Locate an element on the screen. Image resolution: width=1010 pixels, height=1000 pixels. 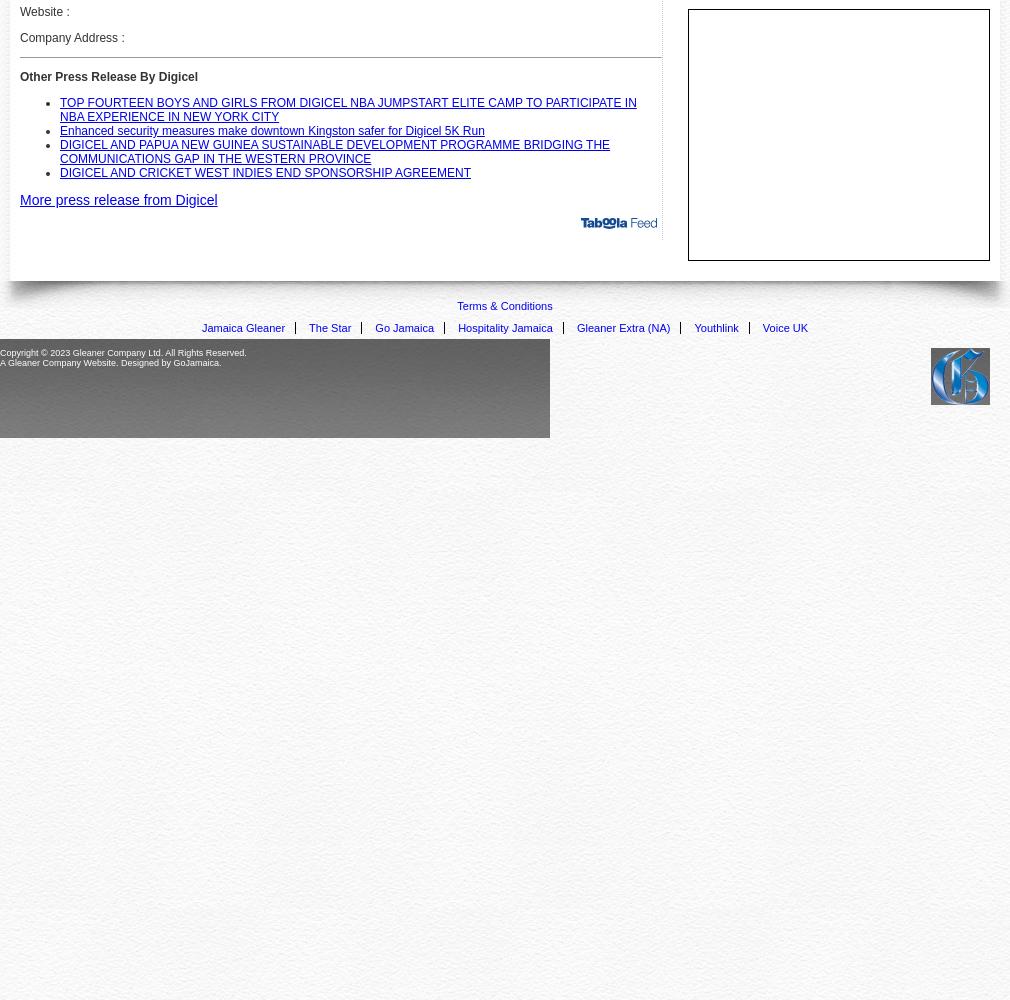
'Copyright © 2023  Gleaner Company Ltd. All Rights Reserved.' is located at coordinates (122, 352).